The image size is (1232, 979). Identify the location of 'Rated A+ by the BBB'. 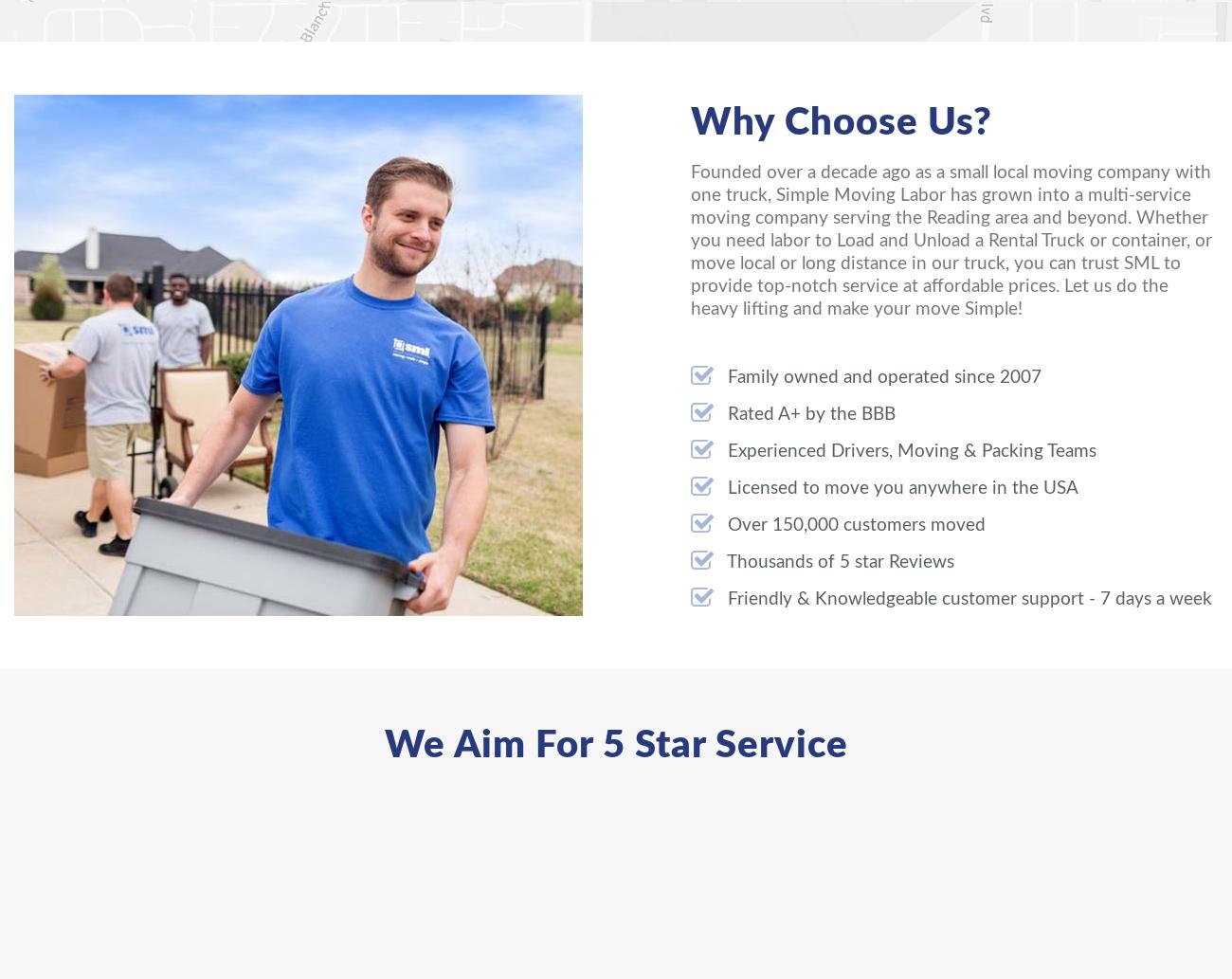
(808, 413).